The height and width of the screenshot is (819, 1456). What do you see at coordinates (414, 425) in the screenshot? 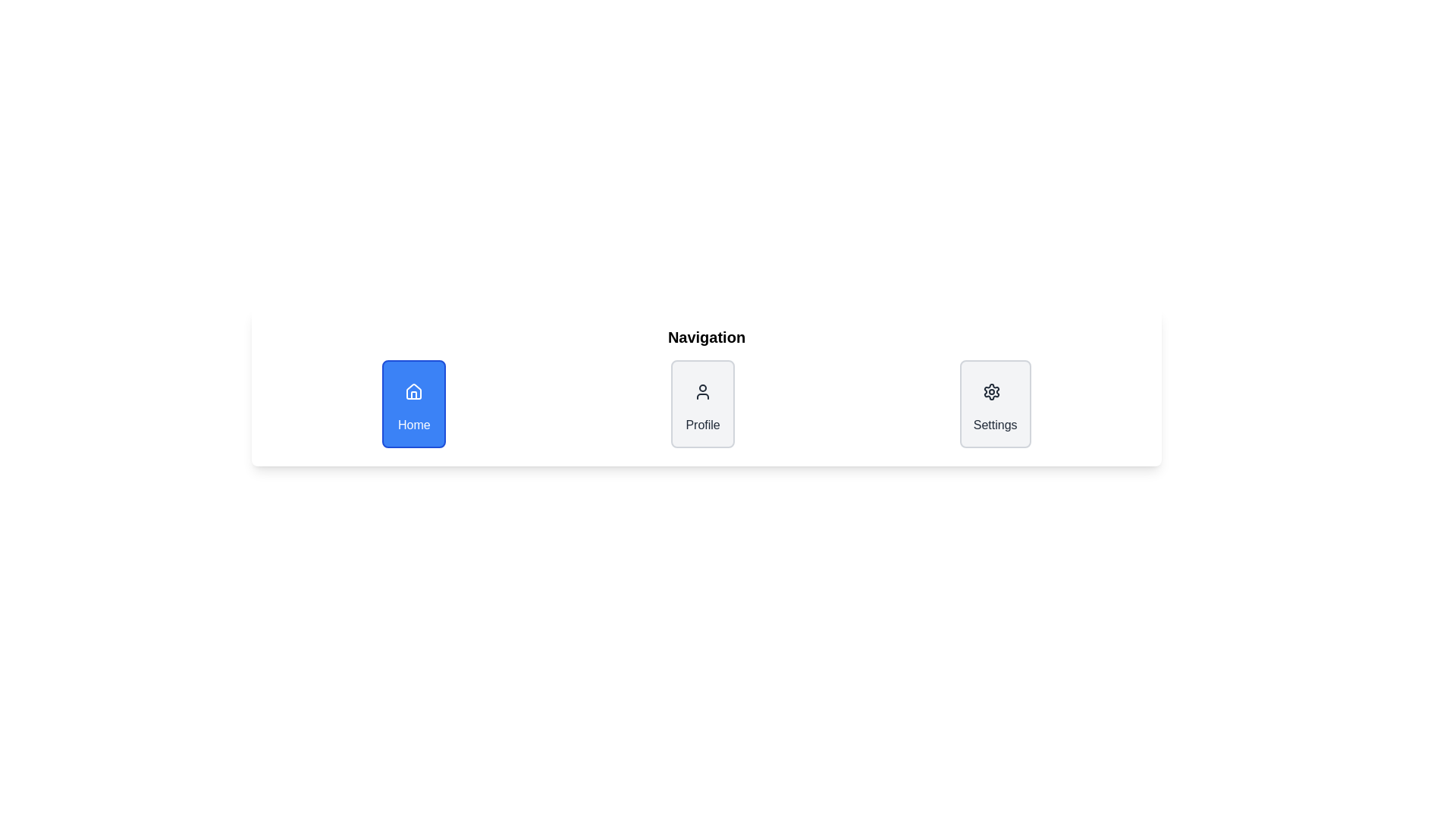
I see `the 'Home' text label, which is styled with a white font against a blue background and located below a house icon in a vertically aligned card` at bounding box center [414, 425].